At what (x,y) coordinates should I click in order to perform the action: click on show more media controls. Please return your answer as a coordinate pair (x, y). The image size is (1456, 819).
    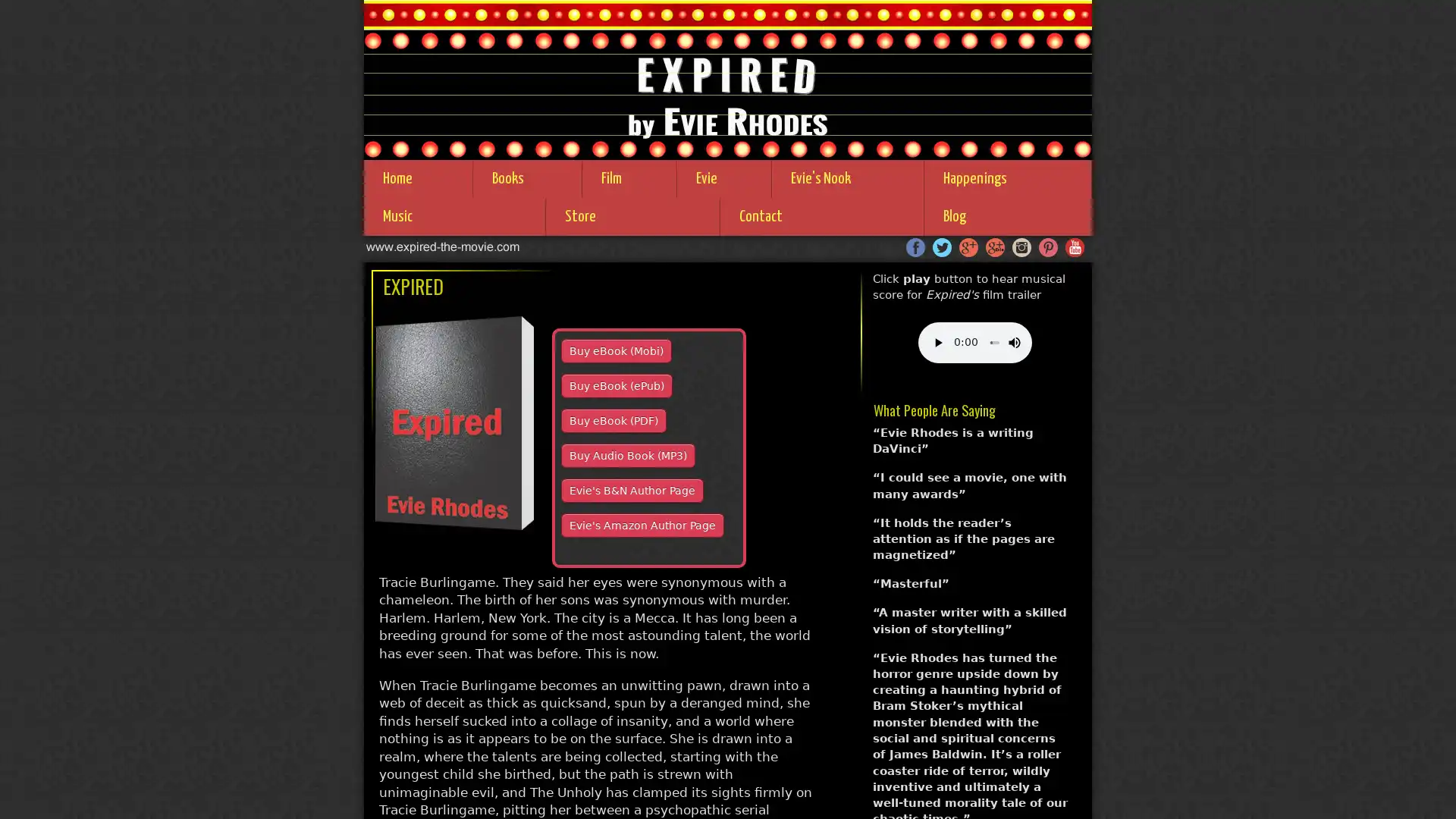
    Looking at the image, I should click on (1012, 342).